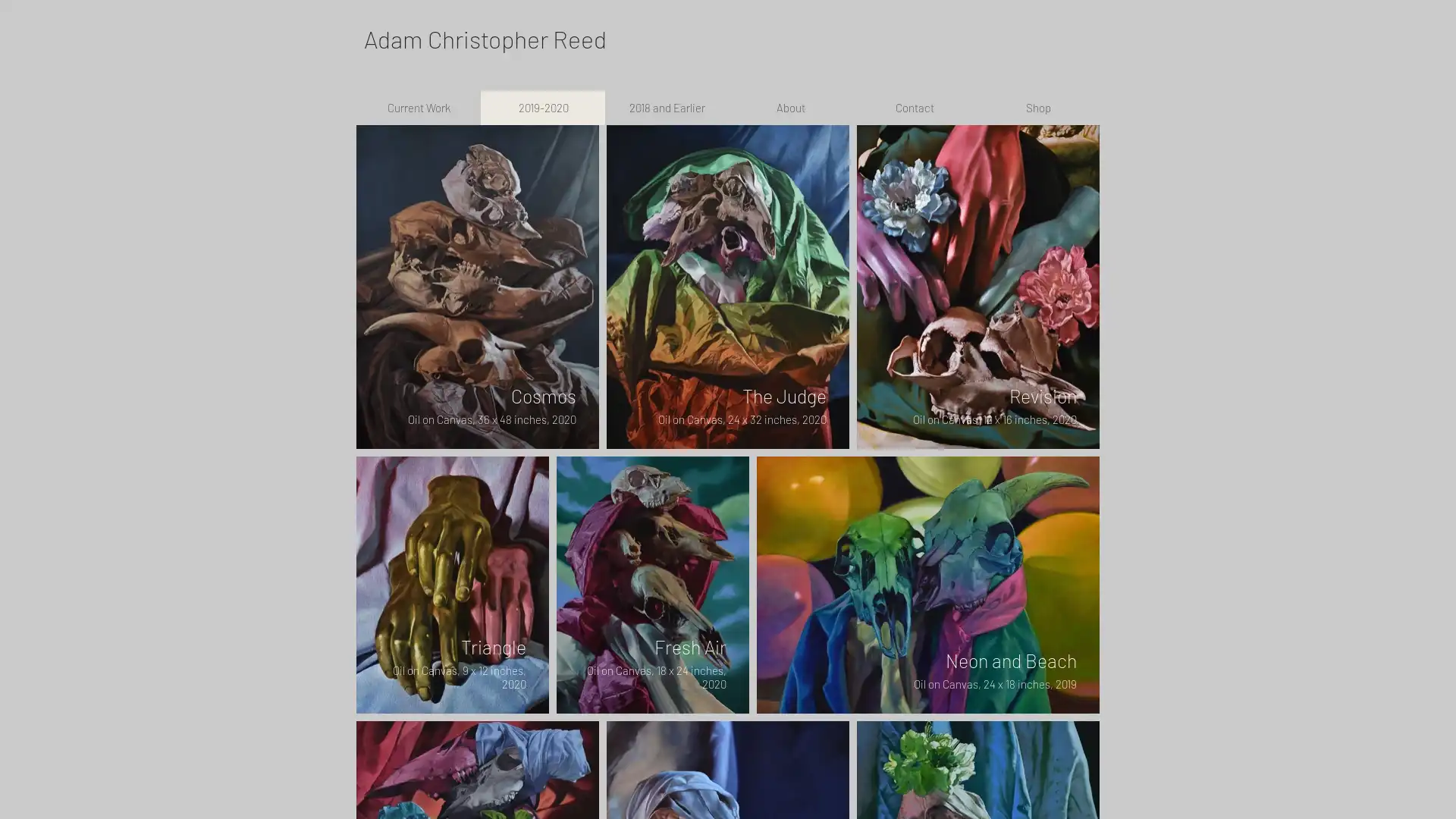  I want to click on Cosmos, so click(476, 287).